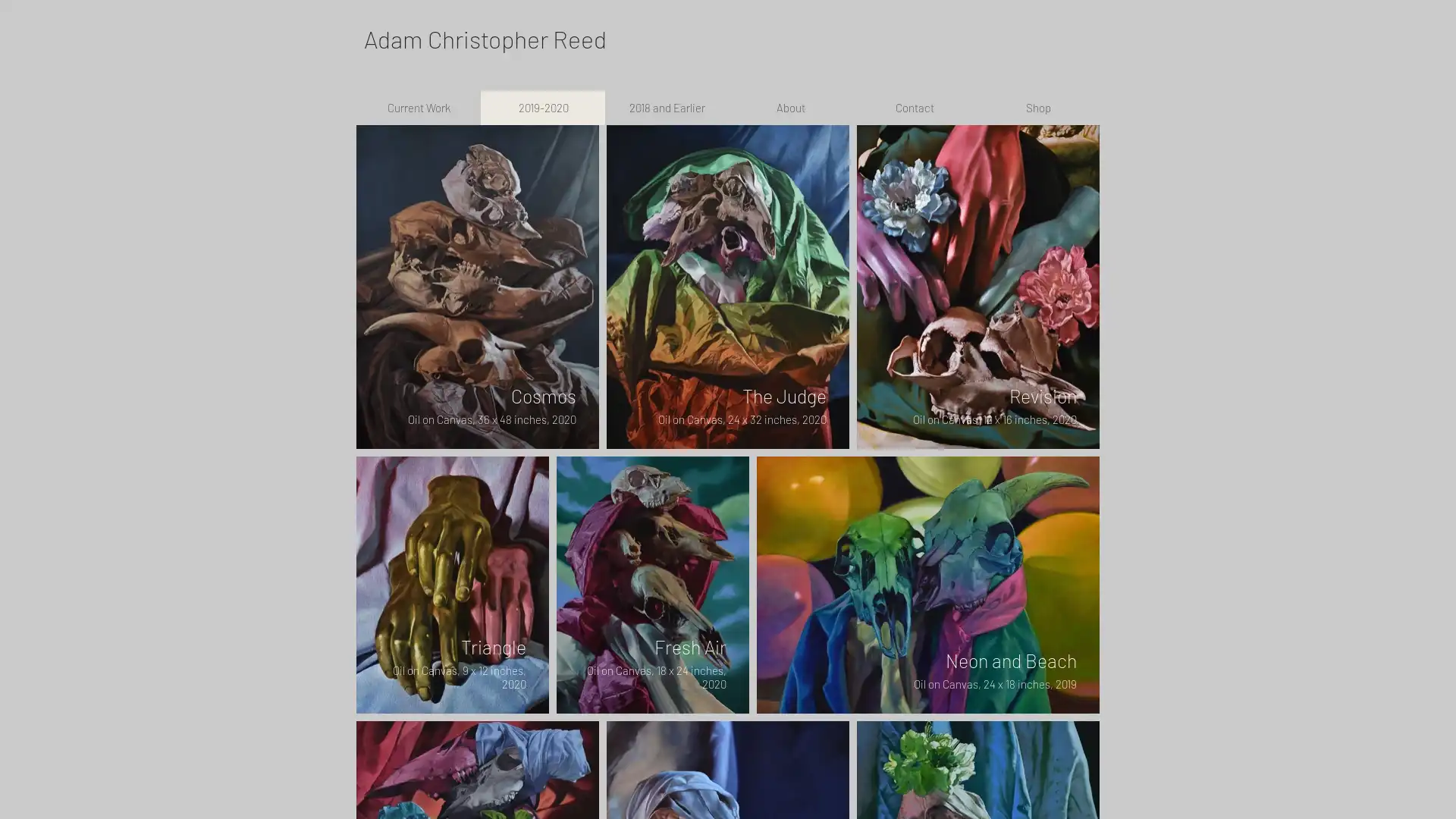  I want to click on Cosmos, so click(476, 287).